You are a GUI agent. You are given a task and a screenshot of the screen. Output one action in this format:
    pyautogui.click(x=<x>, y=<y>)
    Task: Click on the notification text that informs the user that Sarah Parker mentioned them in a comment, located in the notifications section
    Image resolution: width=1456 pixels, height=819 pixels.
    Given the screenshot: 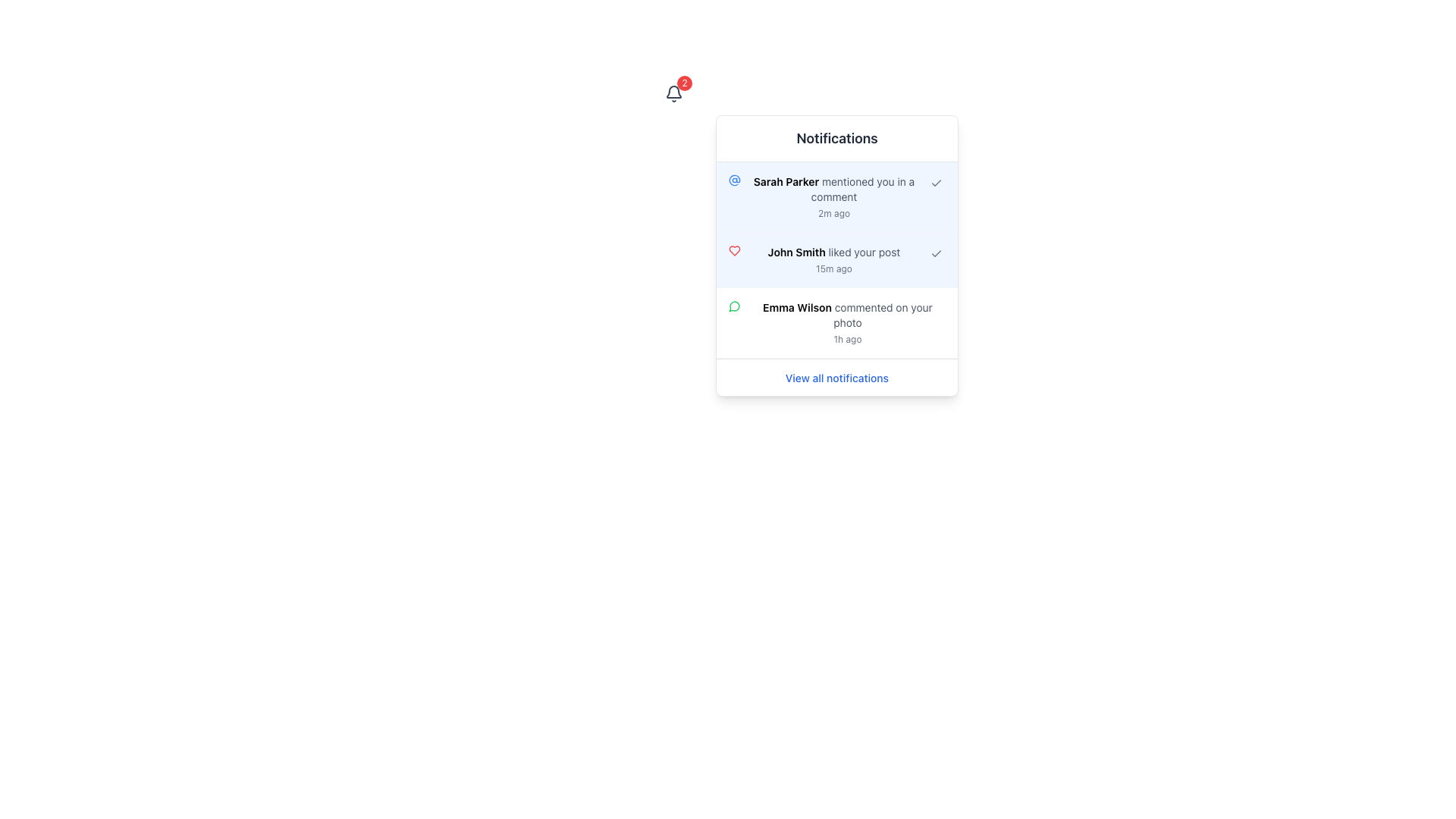 What is the action you would take?
    pyautogui.click(x=833, y=189)
    